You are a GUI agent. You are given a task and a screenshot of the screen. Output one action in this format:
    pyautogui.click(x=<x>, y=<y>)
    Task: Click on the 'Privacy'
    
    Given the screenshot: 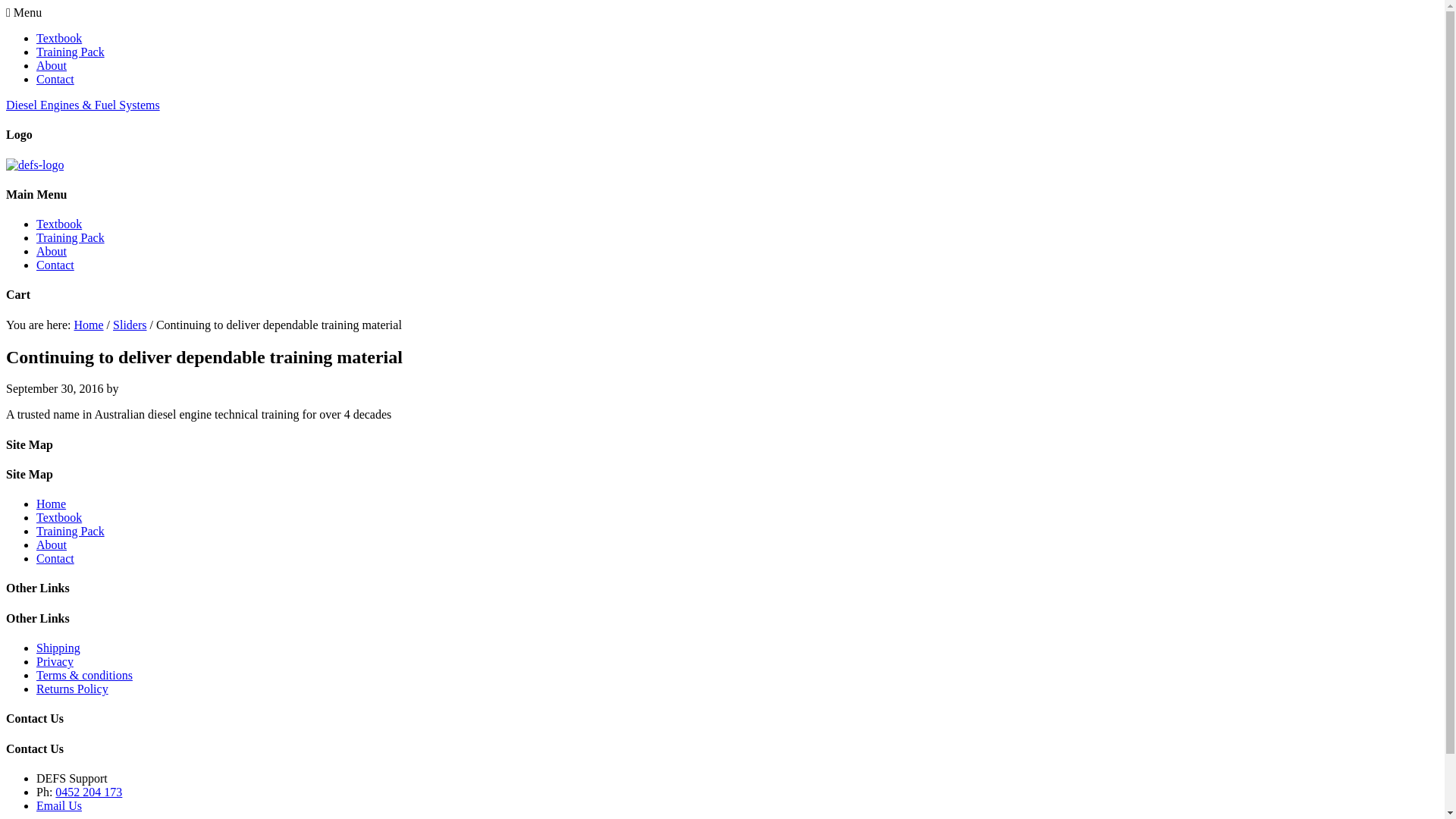 What is the action you would take?
    pyautogui.click(x=55, y=661)
    